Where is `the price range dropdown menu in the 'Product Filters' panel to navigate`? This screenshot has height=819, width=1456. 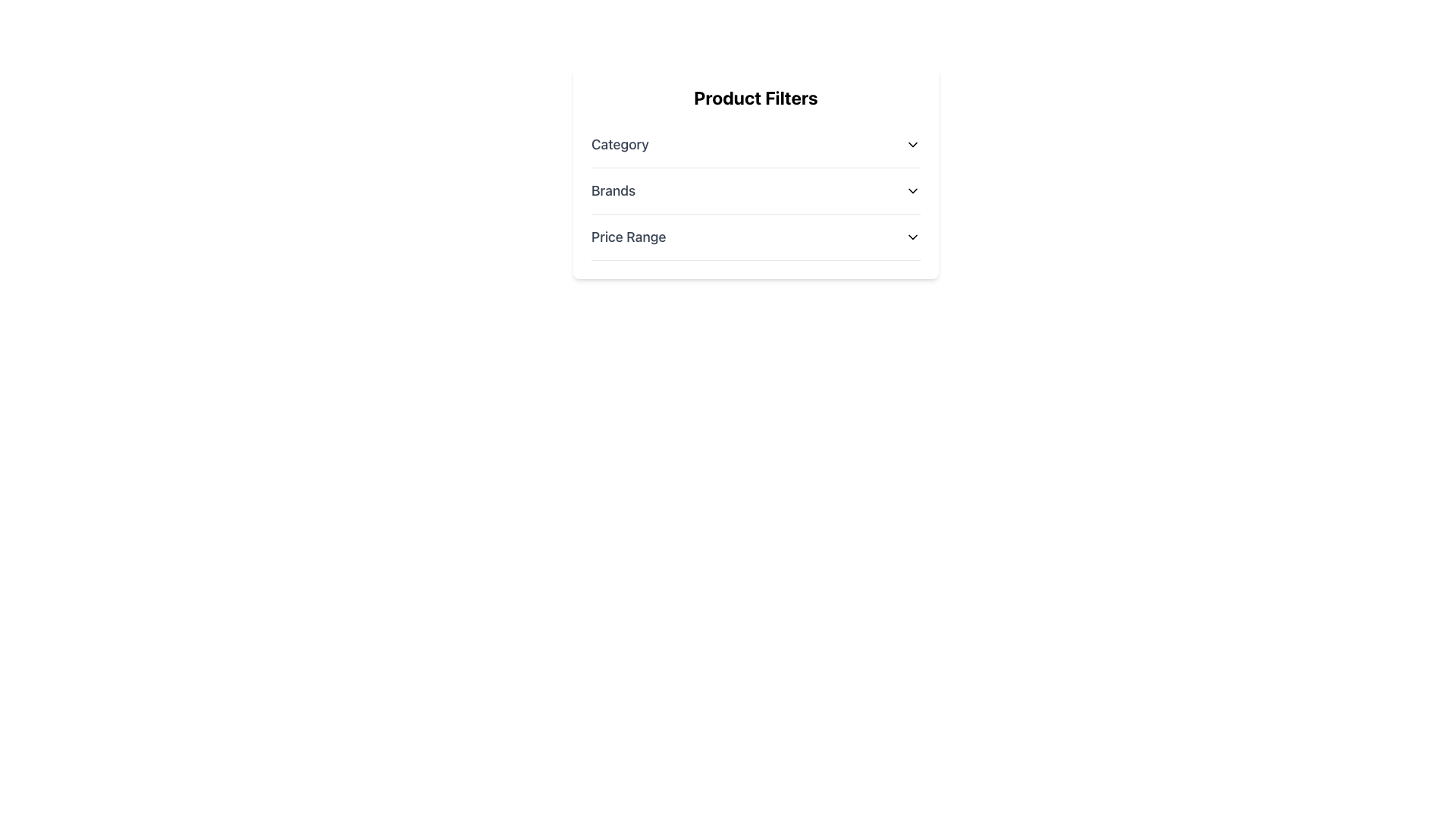
the price range dropdown menu in the 'Product Filters' panel to navigate is located at coordinates (756, 237).